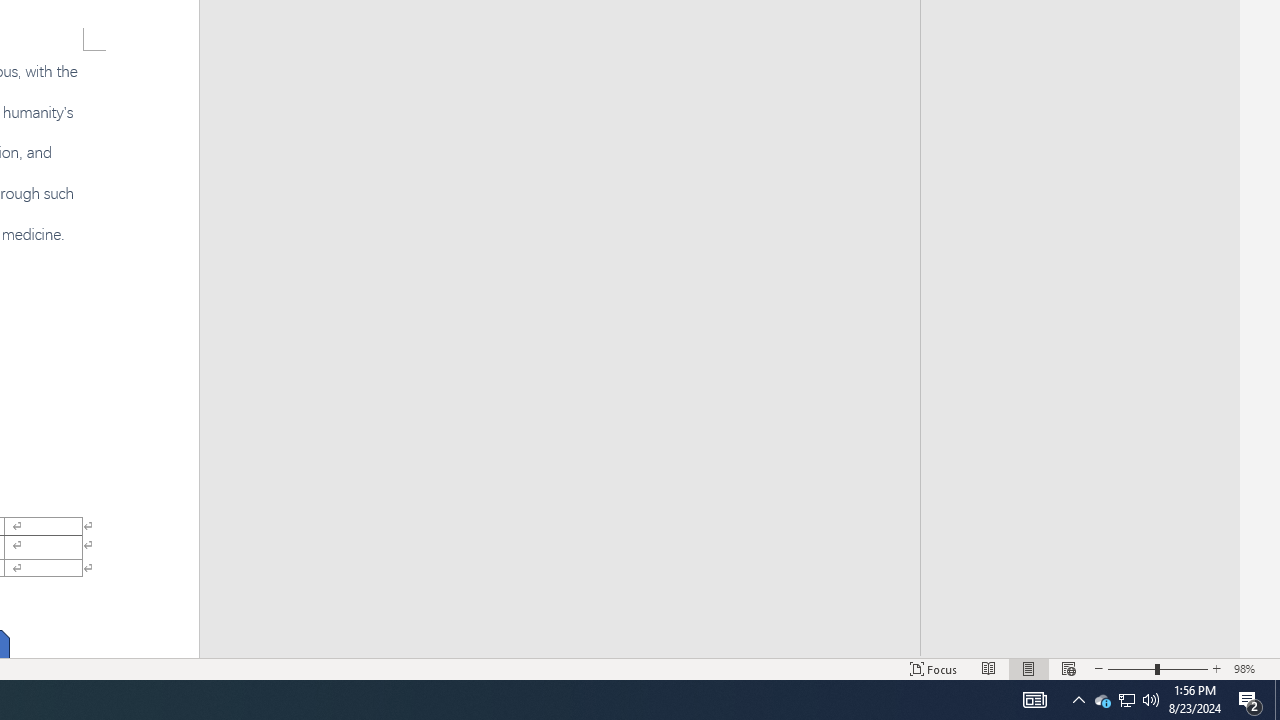 This screenshot has height=720, width=1280. Describe the element at coordinates (1029, 669) in the screenshot. I see `'Print Layout'` at that location.